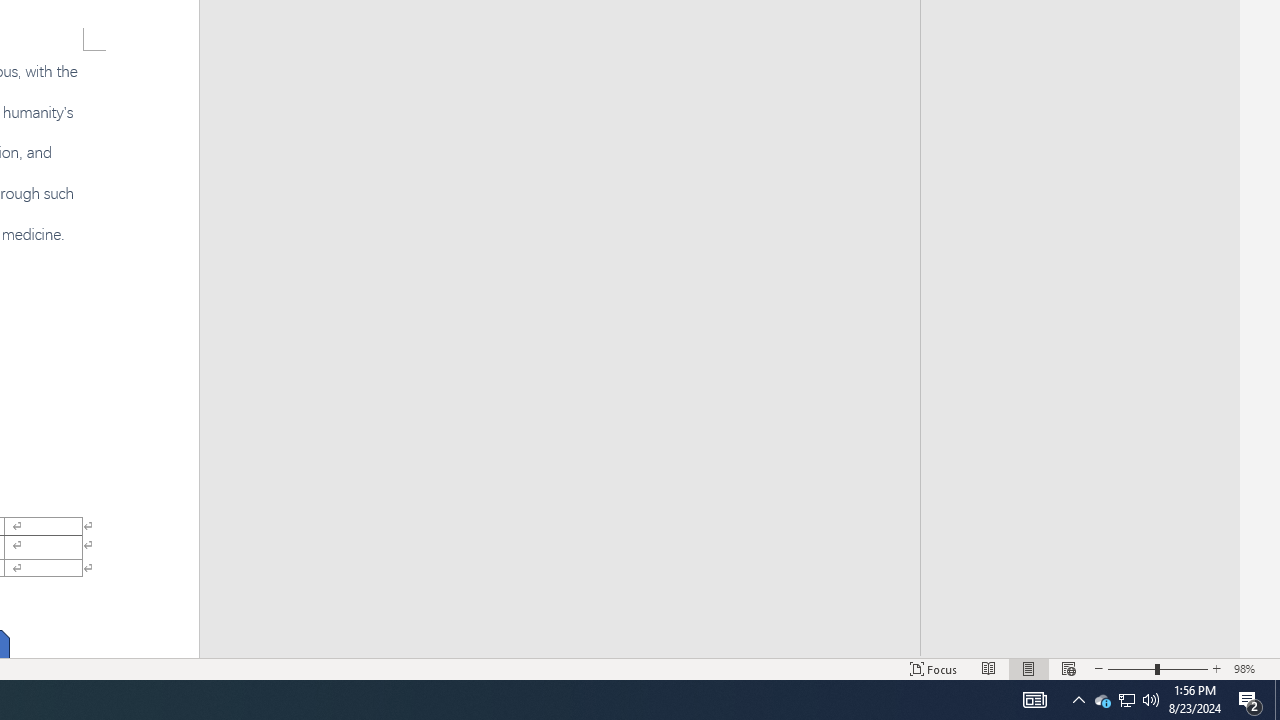 This screenshot has height=720, width=1280. Describe the element at coordinates (1029, 669) in the screenshot. I see `'Print Layout'` at that location.